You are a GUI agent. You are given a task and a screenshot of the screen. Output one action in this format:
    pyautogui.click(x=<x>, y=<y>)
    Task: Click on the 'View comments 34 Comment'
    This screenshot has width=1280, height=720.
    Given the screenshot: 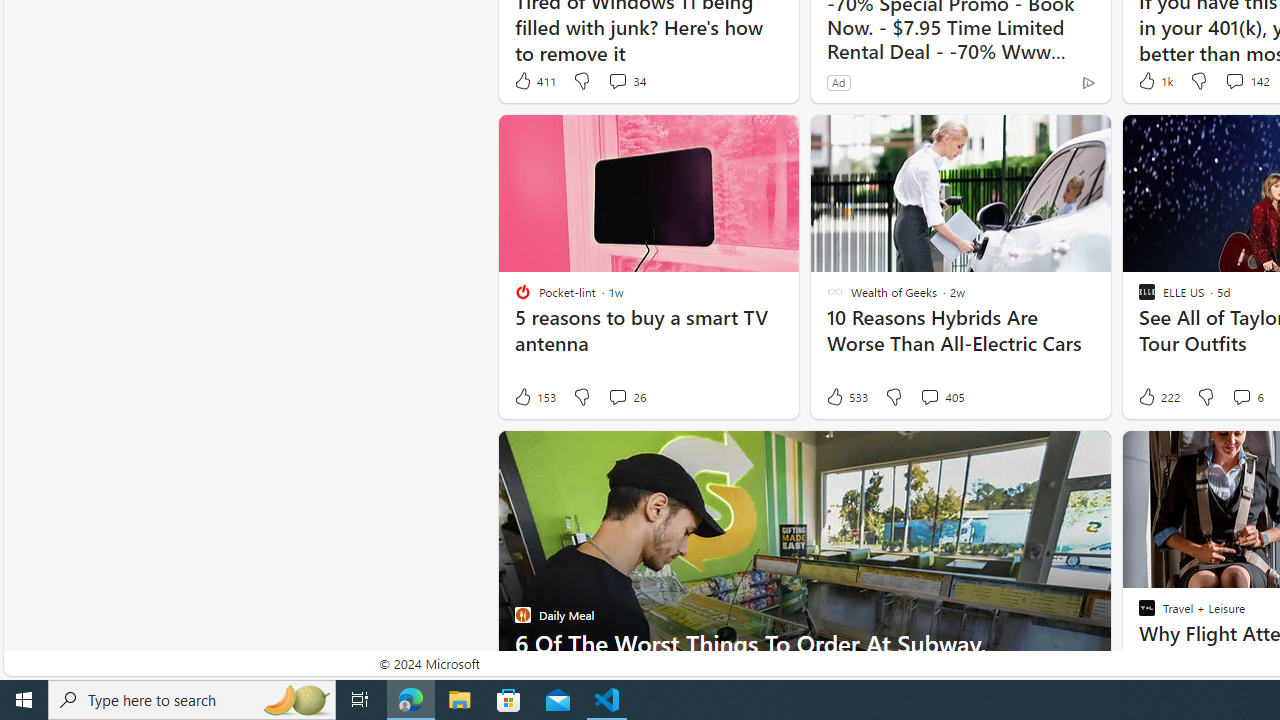 What is the action you would take?
    pyautogui.click(x=625, y=80)
    